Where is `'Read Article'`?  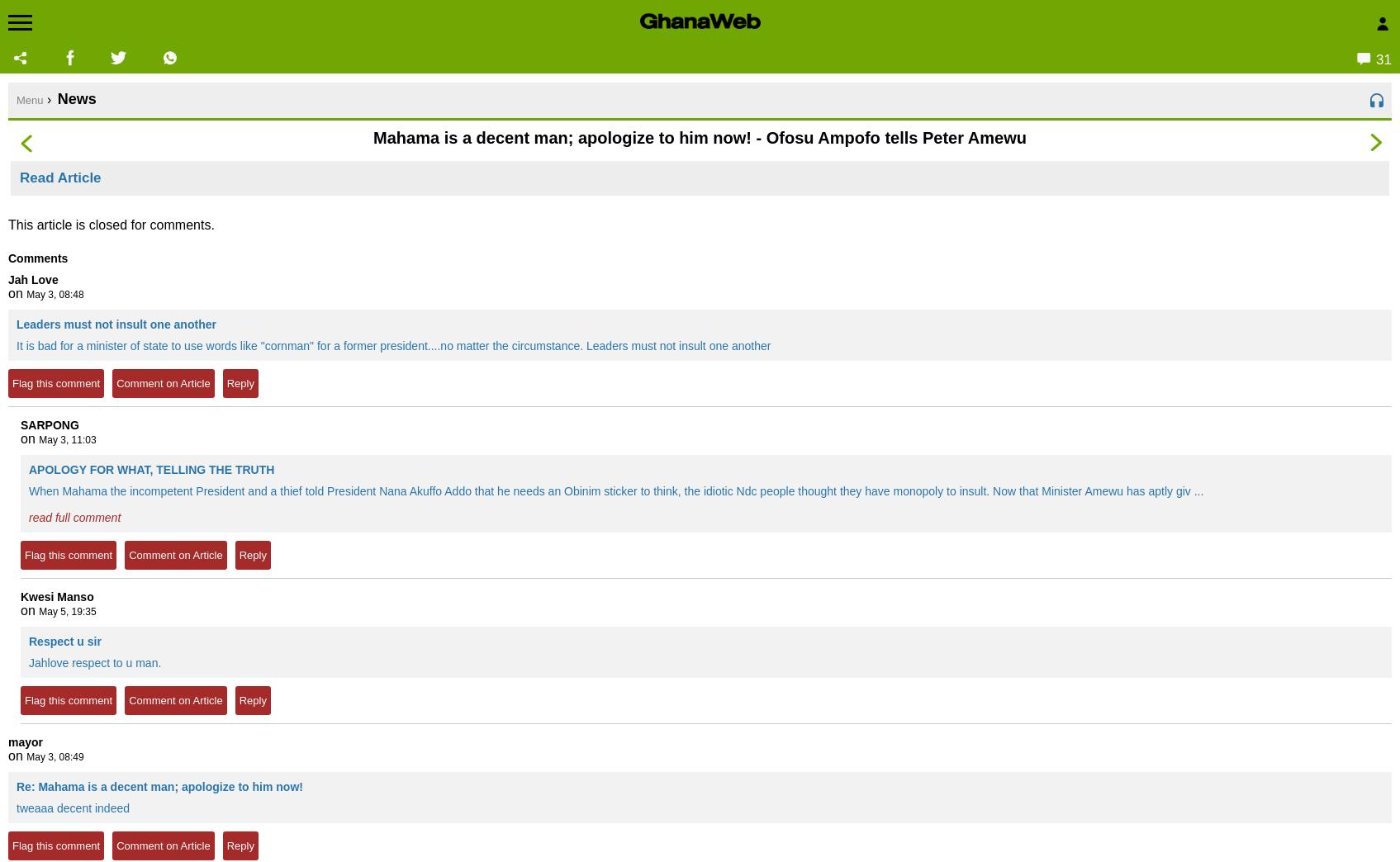
'Read Article' is located at coordinates (59, 178).